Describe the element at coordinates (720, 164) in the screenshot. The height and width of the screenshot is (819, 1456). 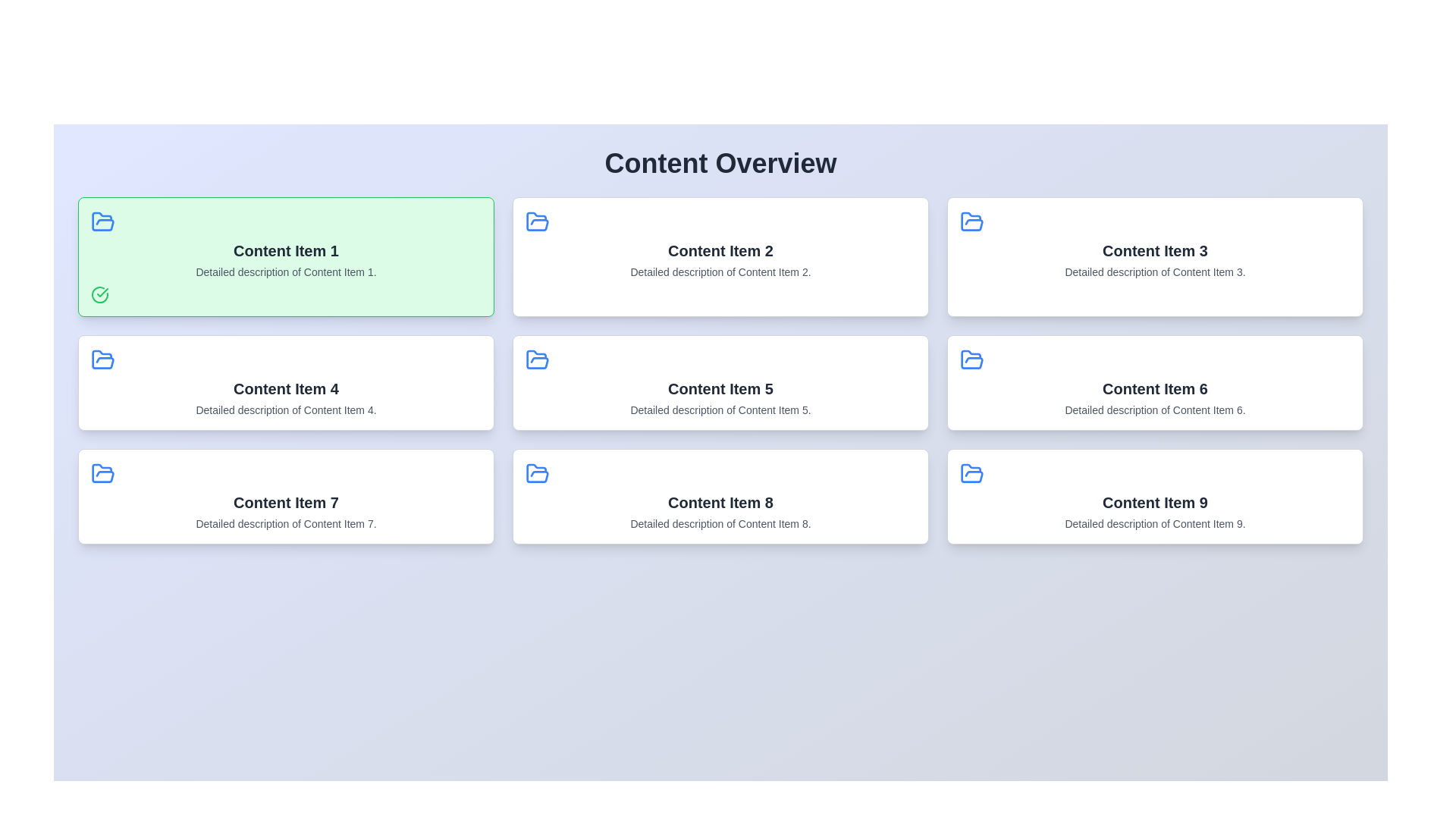
I see `text from the main title or header located at the top of the page, which introduces the content below` at that location.